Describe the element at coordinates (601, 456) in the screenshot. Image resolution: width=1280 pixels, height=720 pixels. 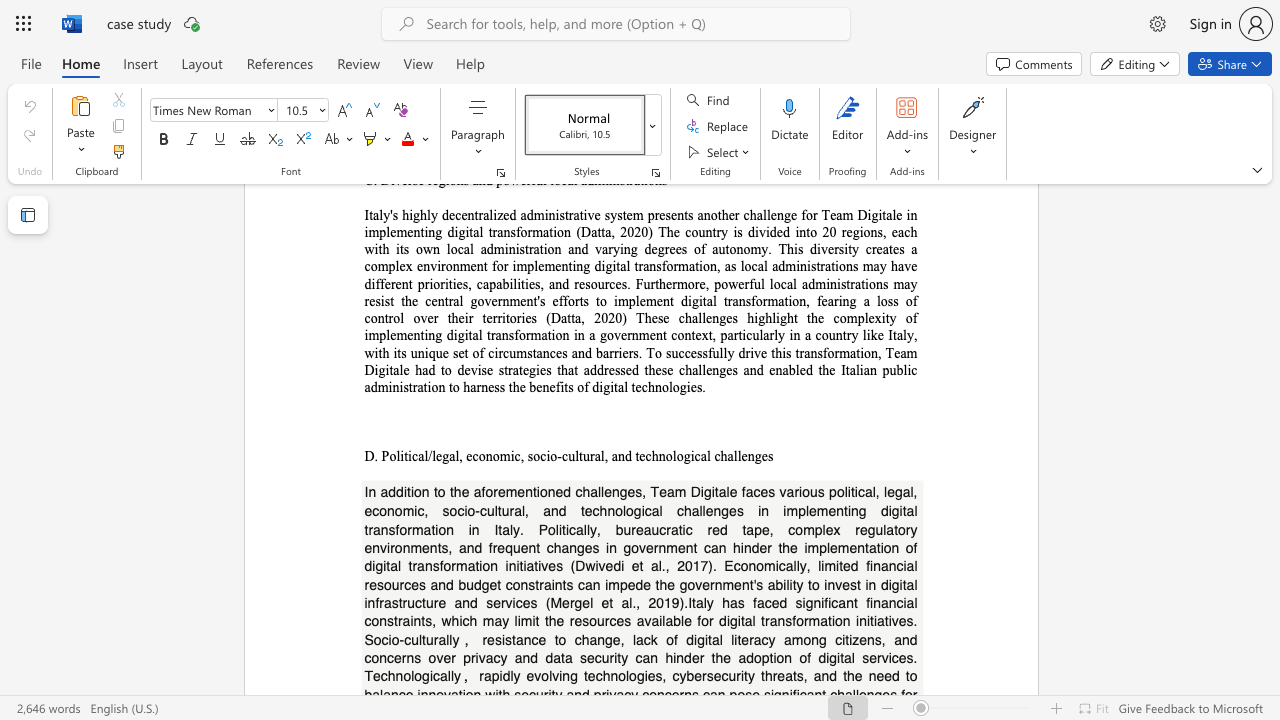
I see `the 6th character "l" in the text` at that location.